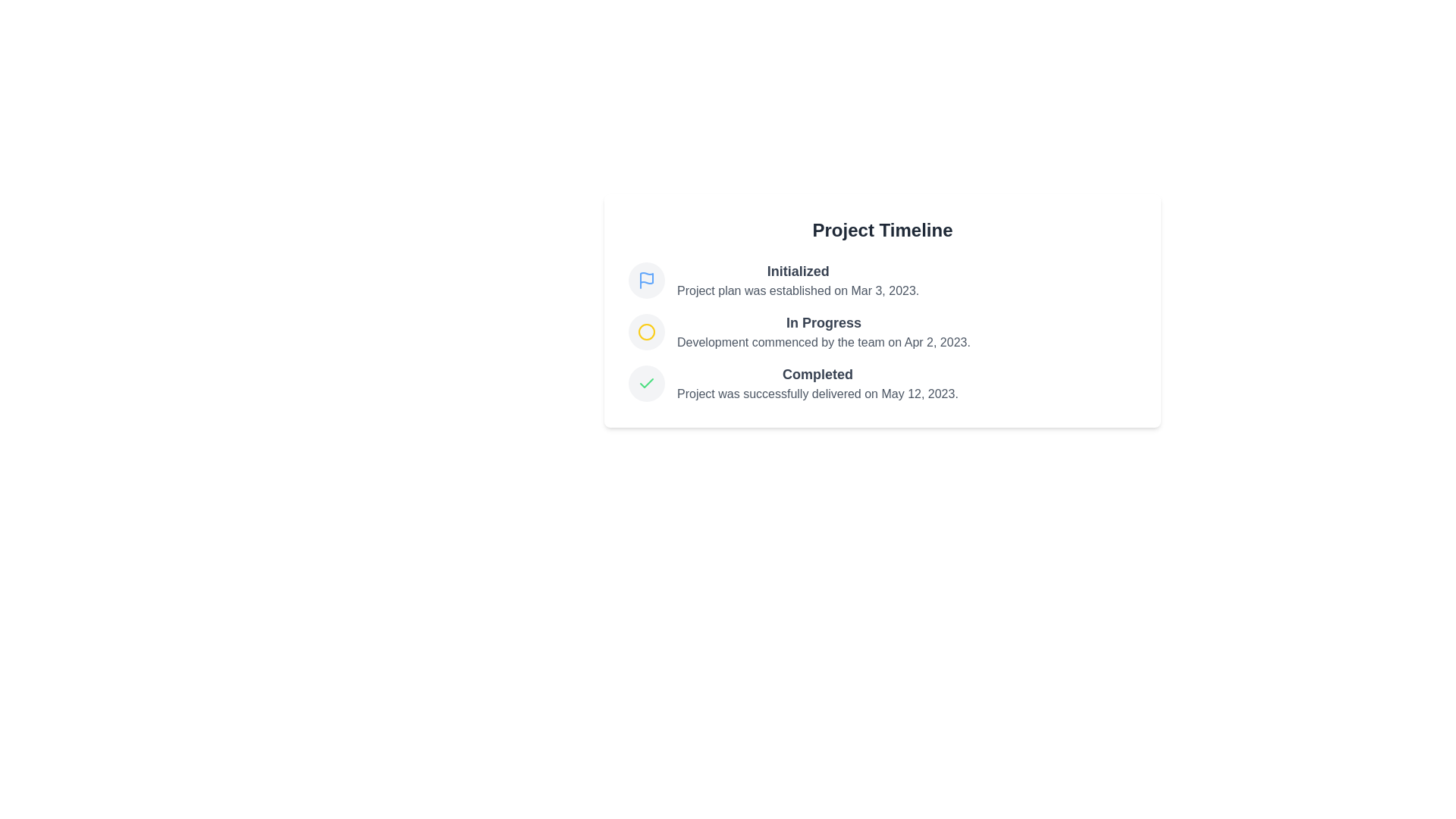 The width and height of the screenshot is (1456, 819). Describe the element at coordinates (882, 331) in the screenshot. I see `text content of the Structured text component that displays project status updates, including labels and descriptions` at that location.